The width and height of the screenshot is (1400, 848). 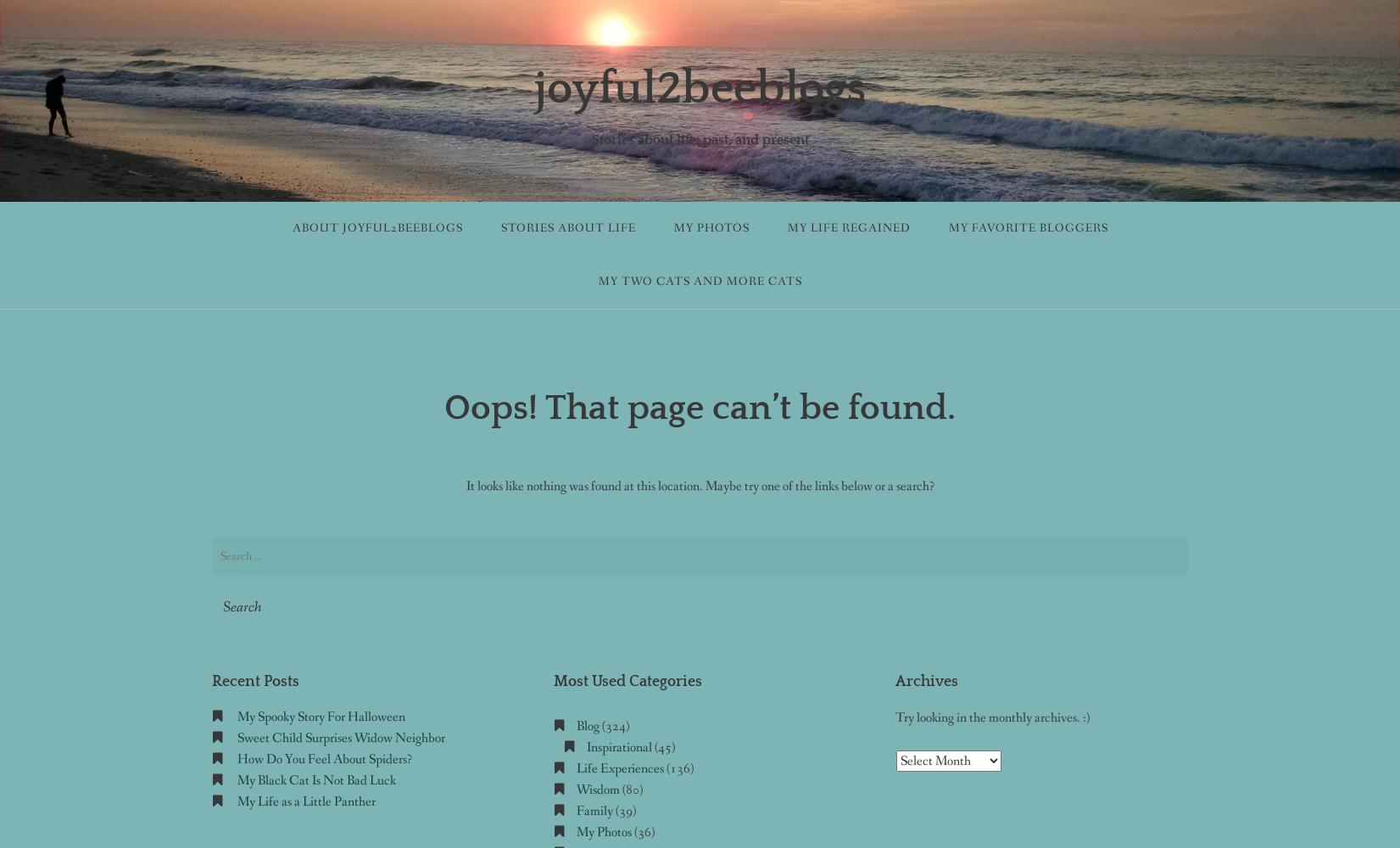 I want to click on 'Sweet Child Surprises Widow Neighbor', so click(x=340, y=737).